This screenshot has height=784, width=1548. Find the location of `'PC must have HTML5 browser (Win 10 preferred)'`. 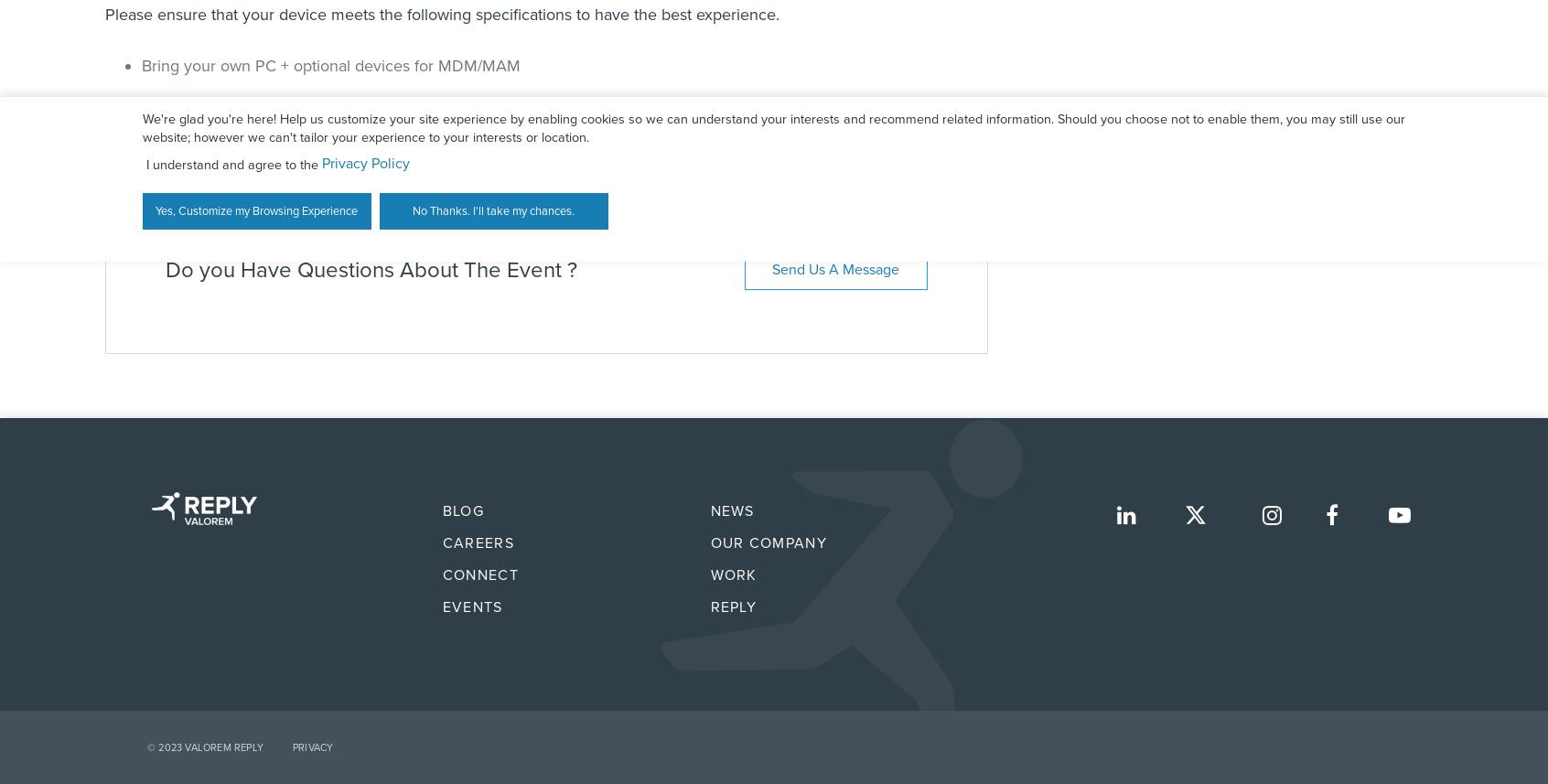

'PC must have HTML5 browser (Win 10 preferred)' is located at coordinates (315, 101).